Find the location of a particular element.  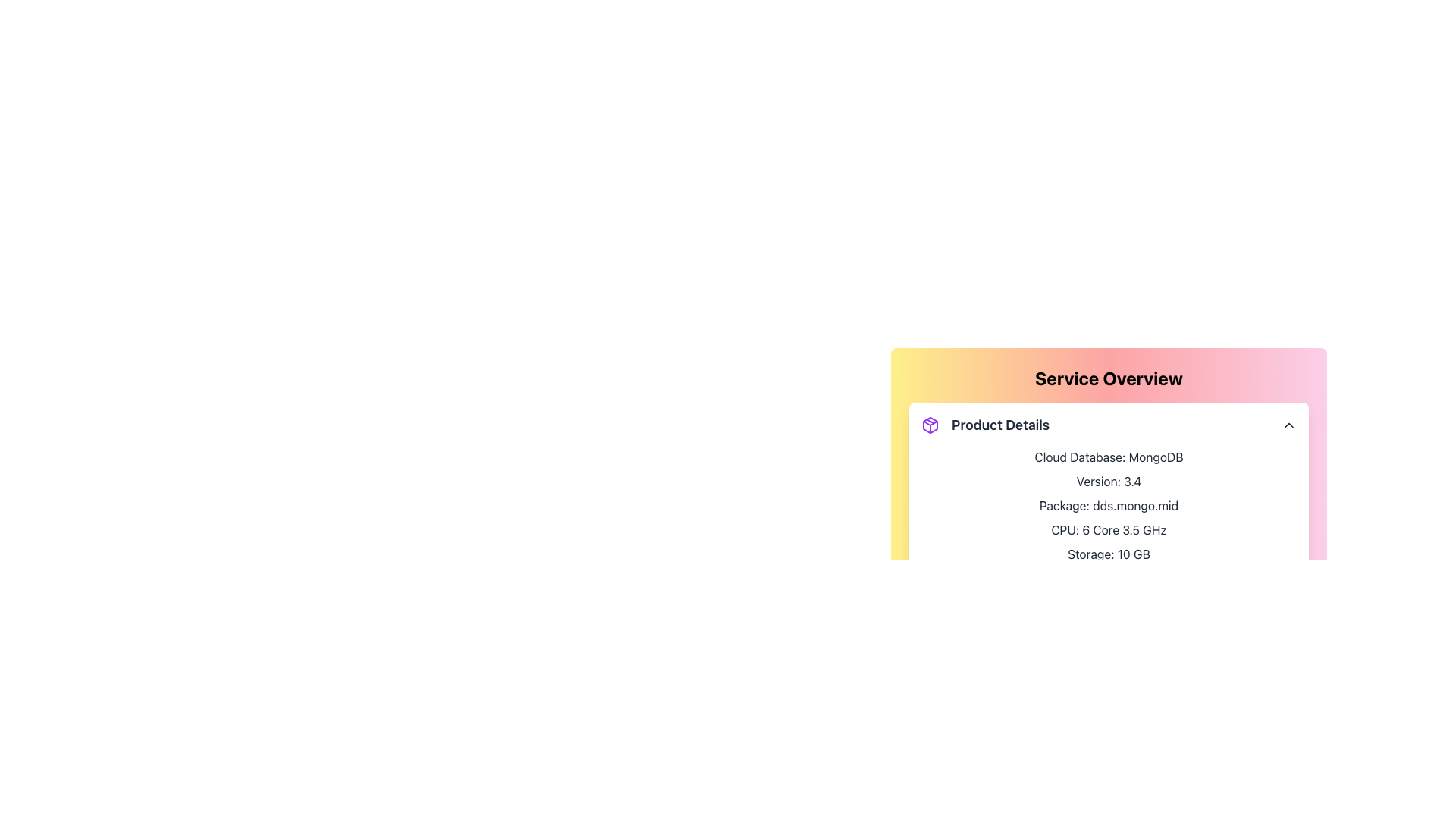

the chevron button located at the far right end of the 'Product Details' section is located at coordinates (1288, 425).